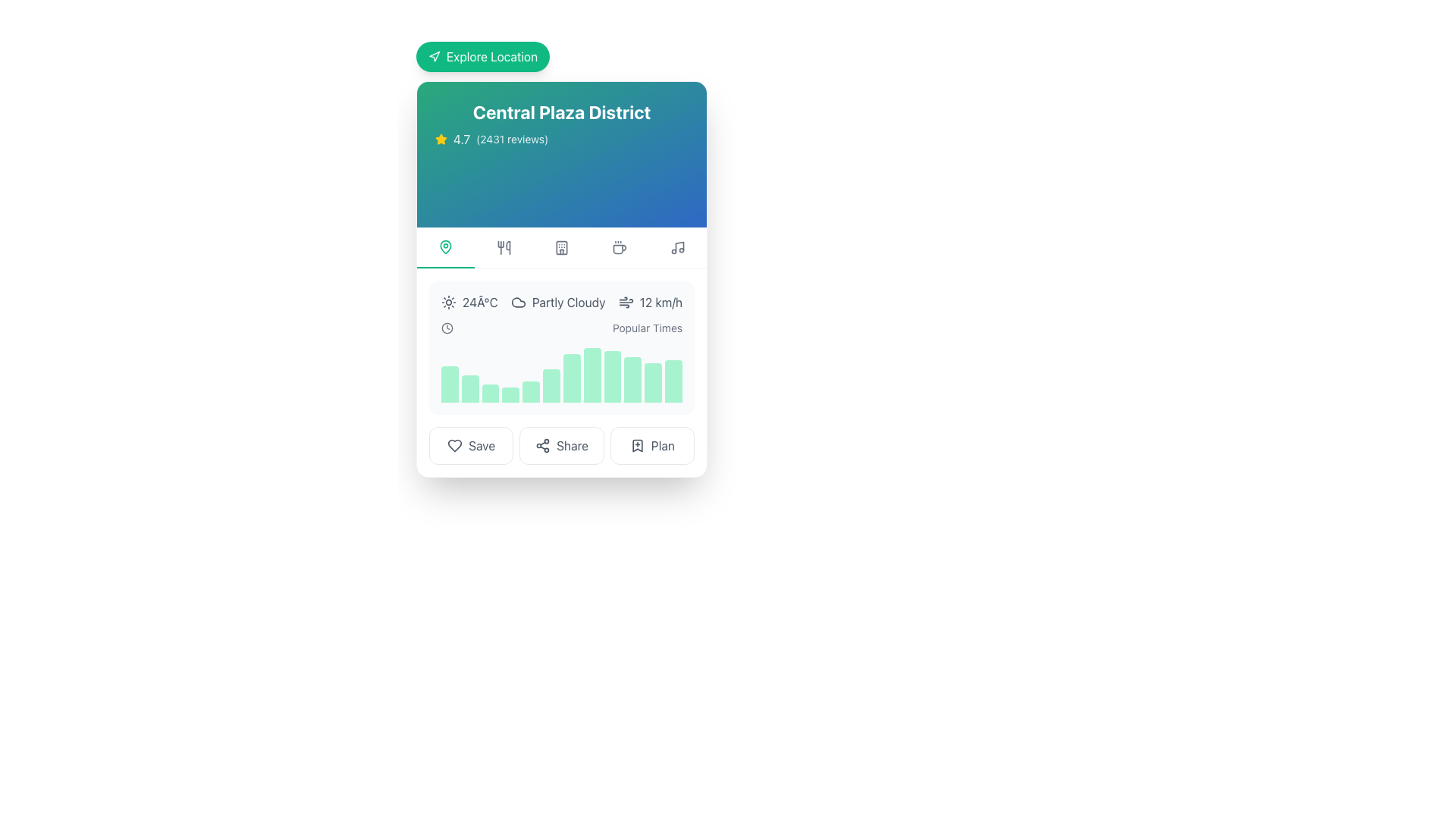 The height and width of the screenshot is (819, 1456). What do you see at coordinates (632, 379) in the screenshot?
I see `the 10th bar in the horizontal bar graph that visually represents data for a specific time period's popularity level` at bounding box center [632, 379].